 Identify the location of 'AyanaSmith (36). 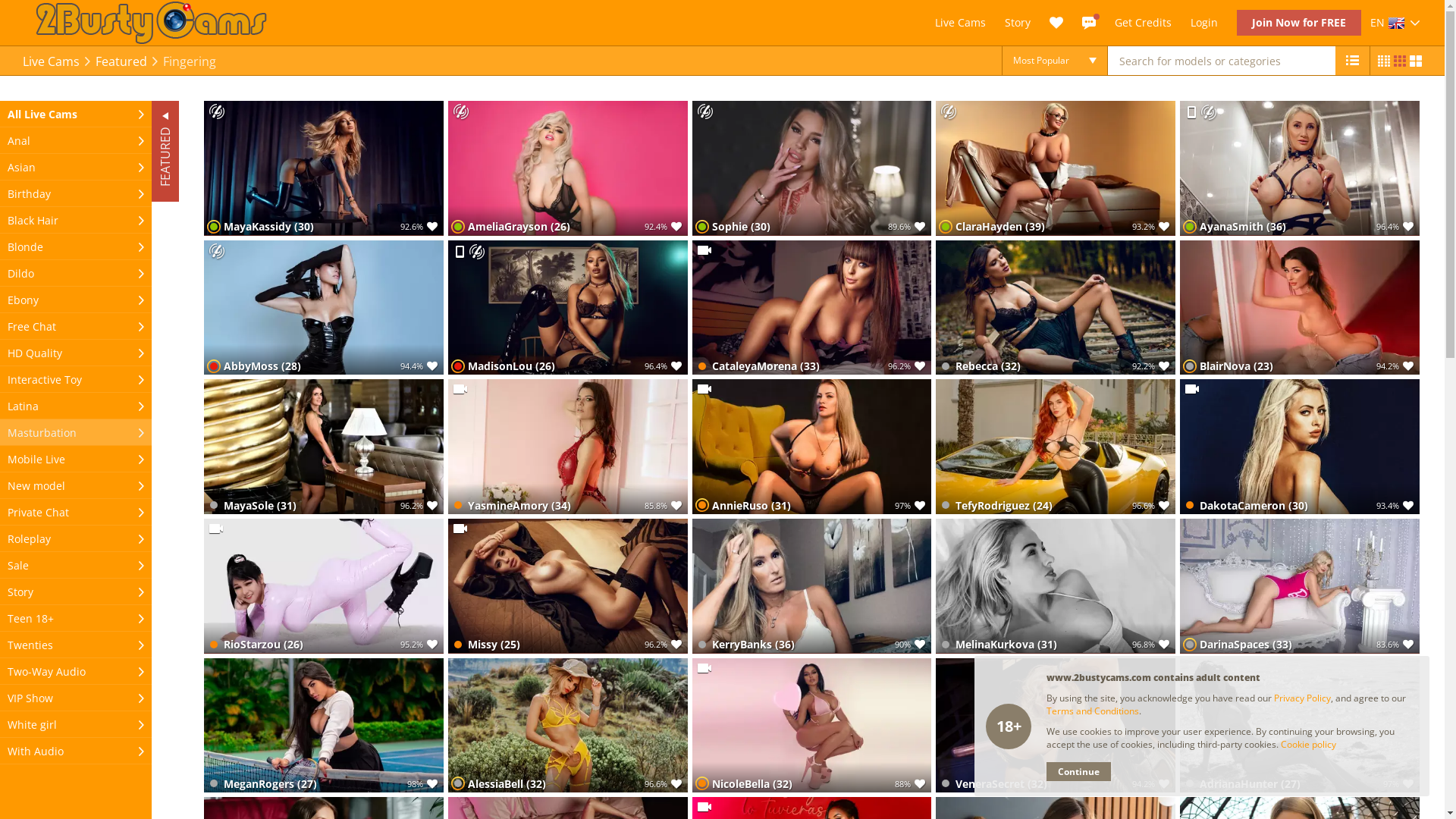
(1298, 168).